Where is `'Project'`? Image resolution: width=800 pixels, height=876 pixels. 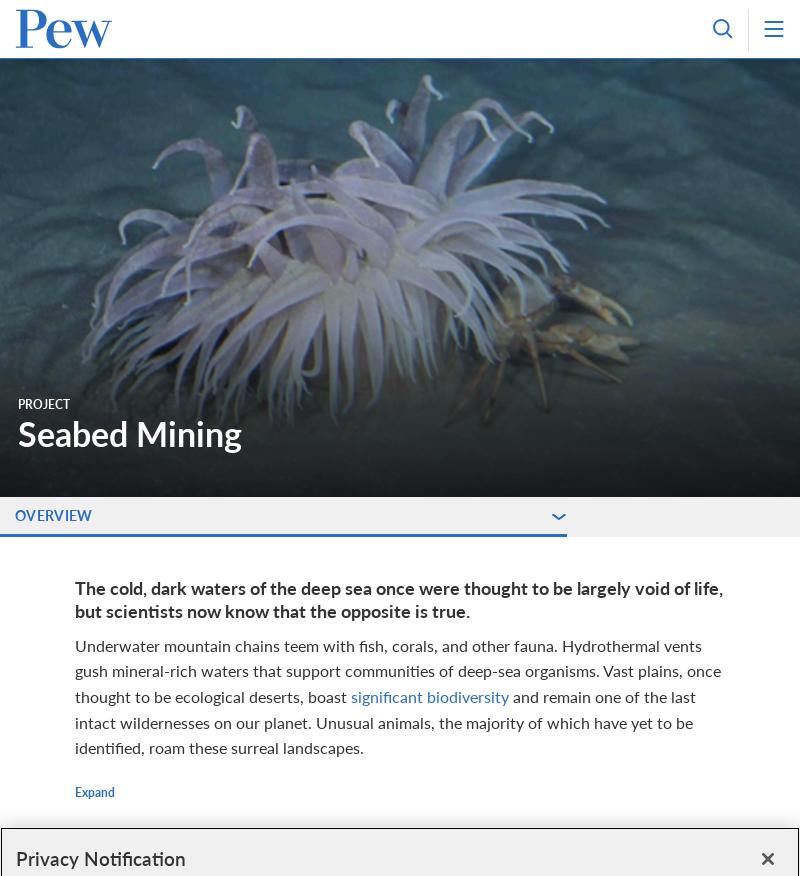 'Project' is located at coordinates (43, 404).